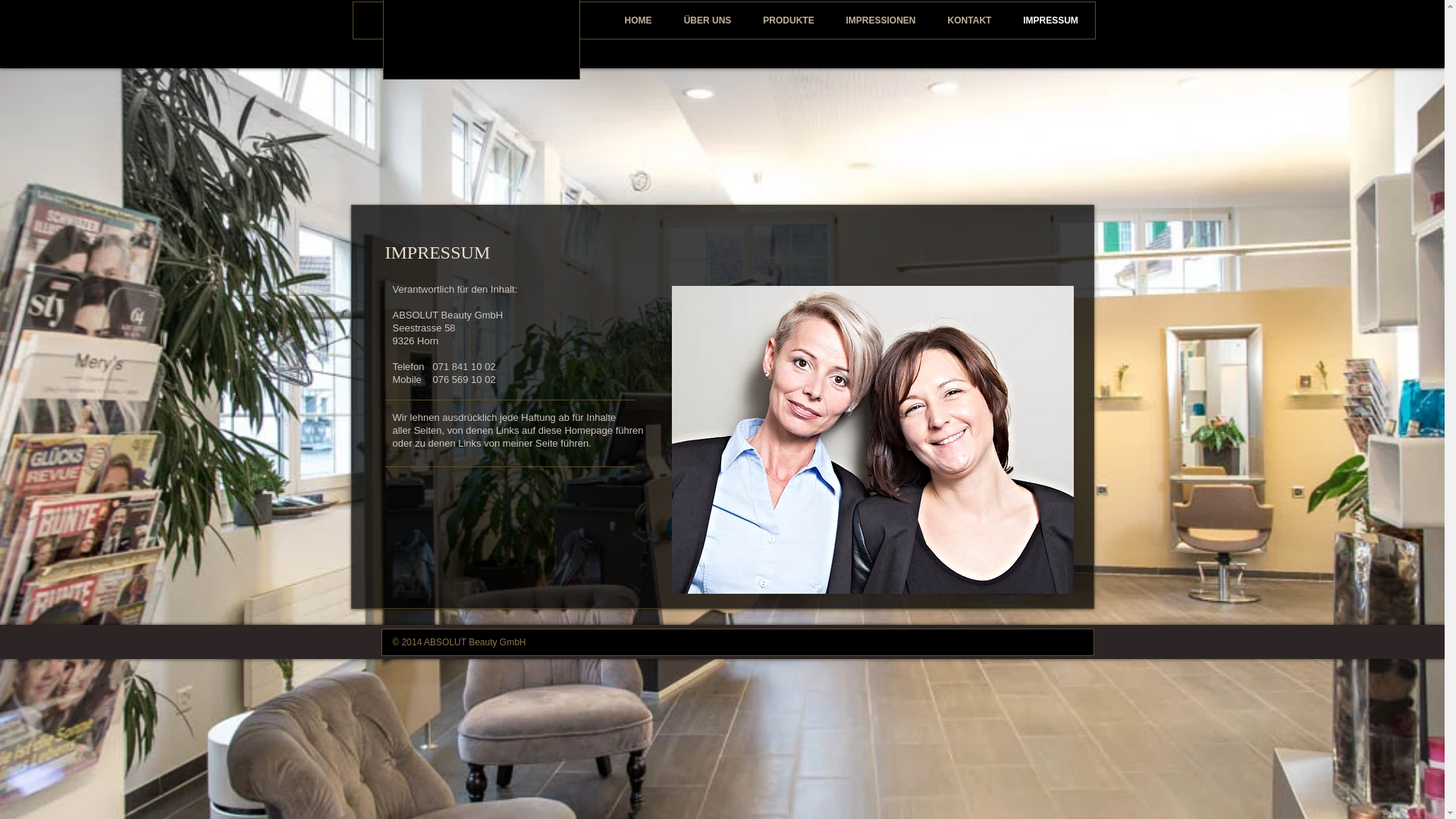  I want to click on 'HOME', so click(607, 20).